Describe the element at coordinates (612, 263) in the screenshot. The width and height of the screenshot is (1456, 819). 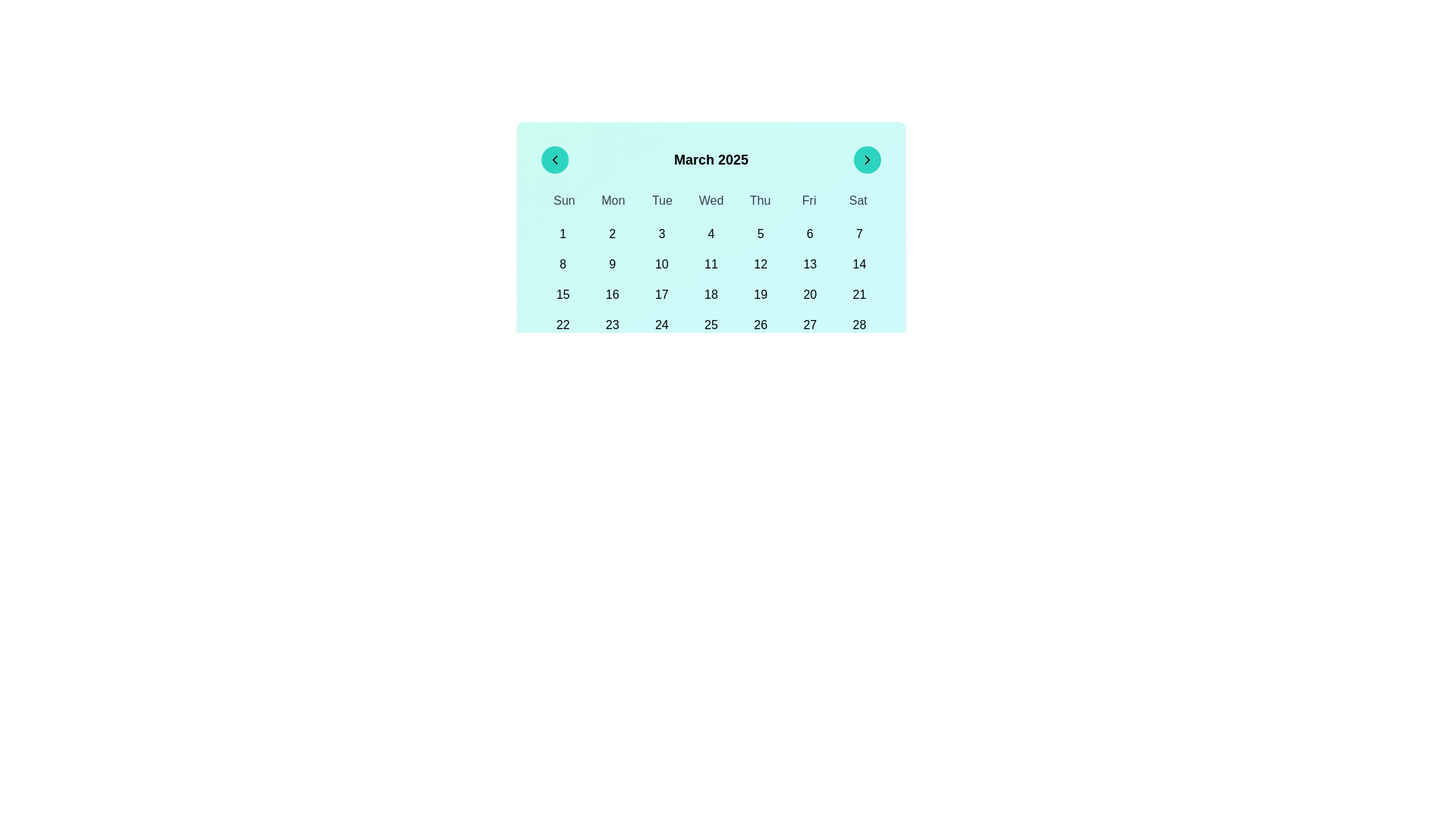
I see `the circular Interactive calendar day button displaying '9', located` at that location.